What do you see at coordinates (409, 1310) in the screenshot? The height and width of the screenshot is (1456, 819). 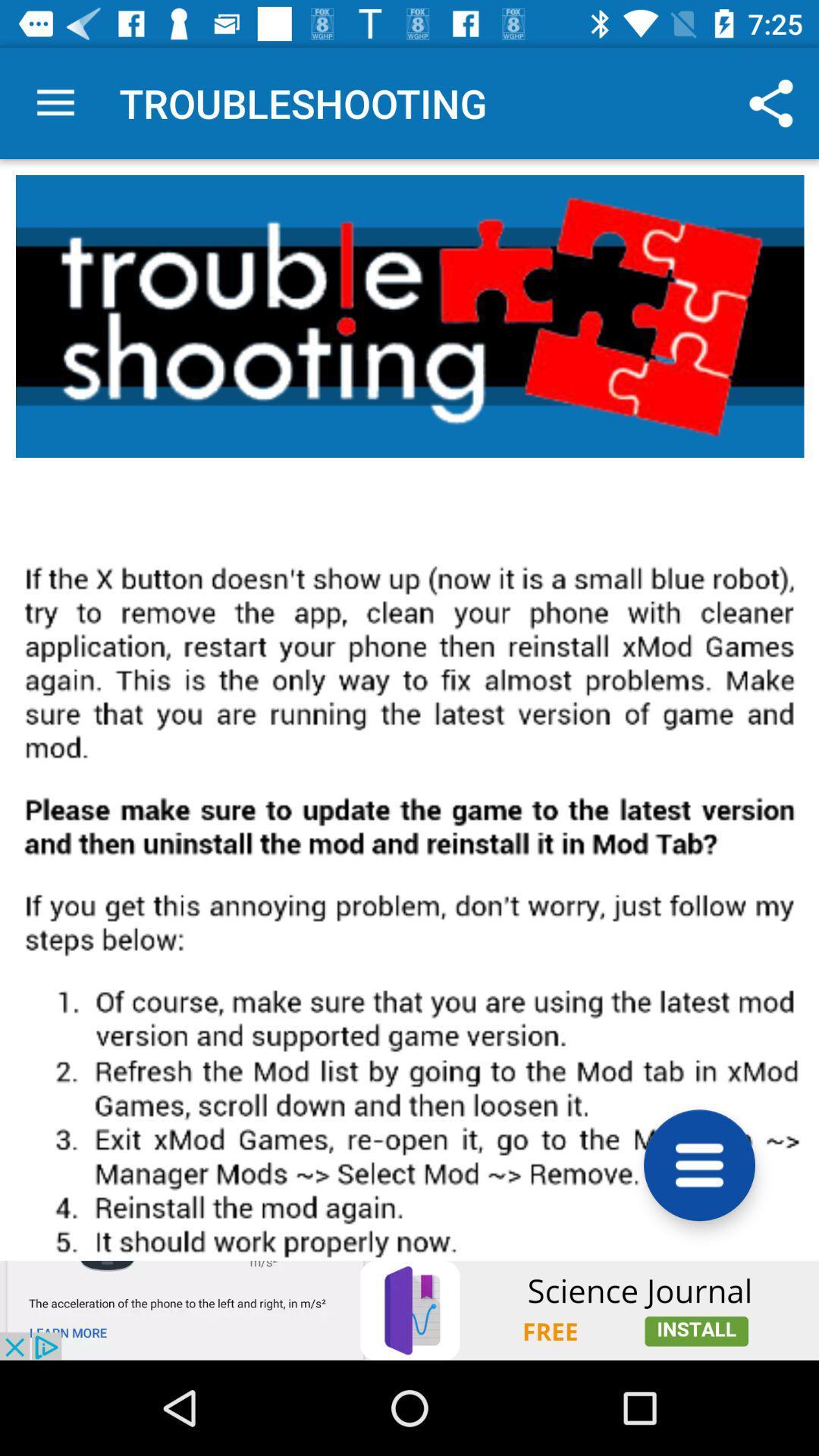 I see `showing the advertisement` at bounding box center [409, 1310].